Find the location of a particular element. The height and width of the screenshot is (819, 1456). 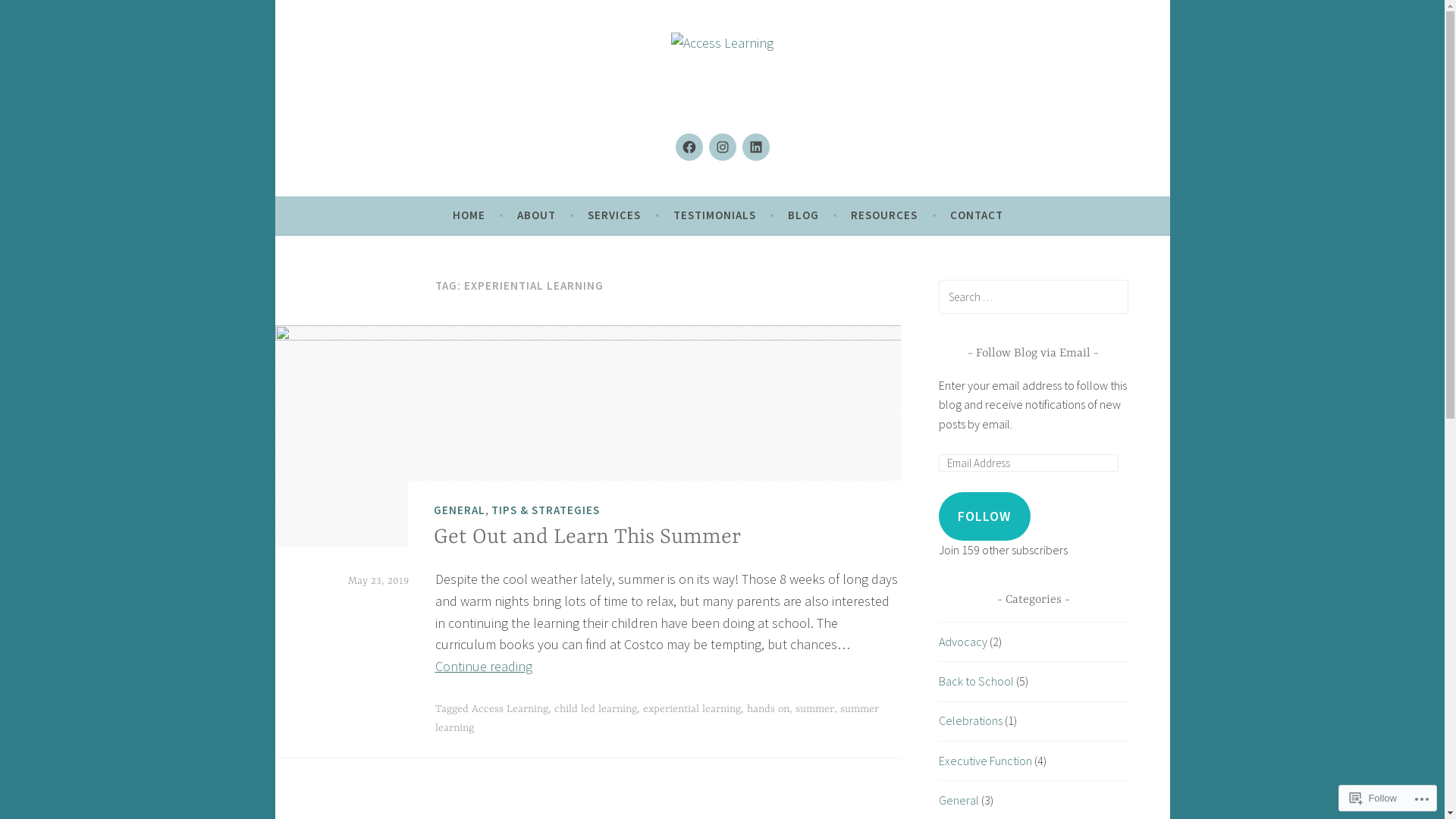

'HOME' is located at coordinates (468, 215).